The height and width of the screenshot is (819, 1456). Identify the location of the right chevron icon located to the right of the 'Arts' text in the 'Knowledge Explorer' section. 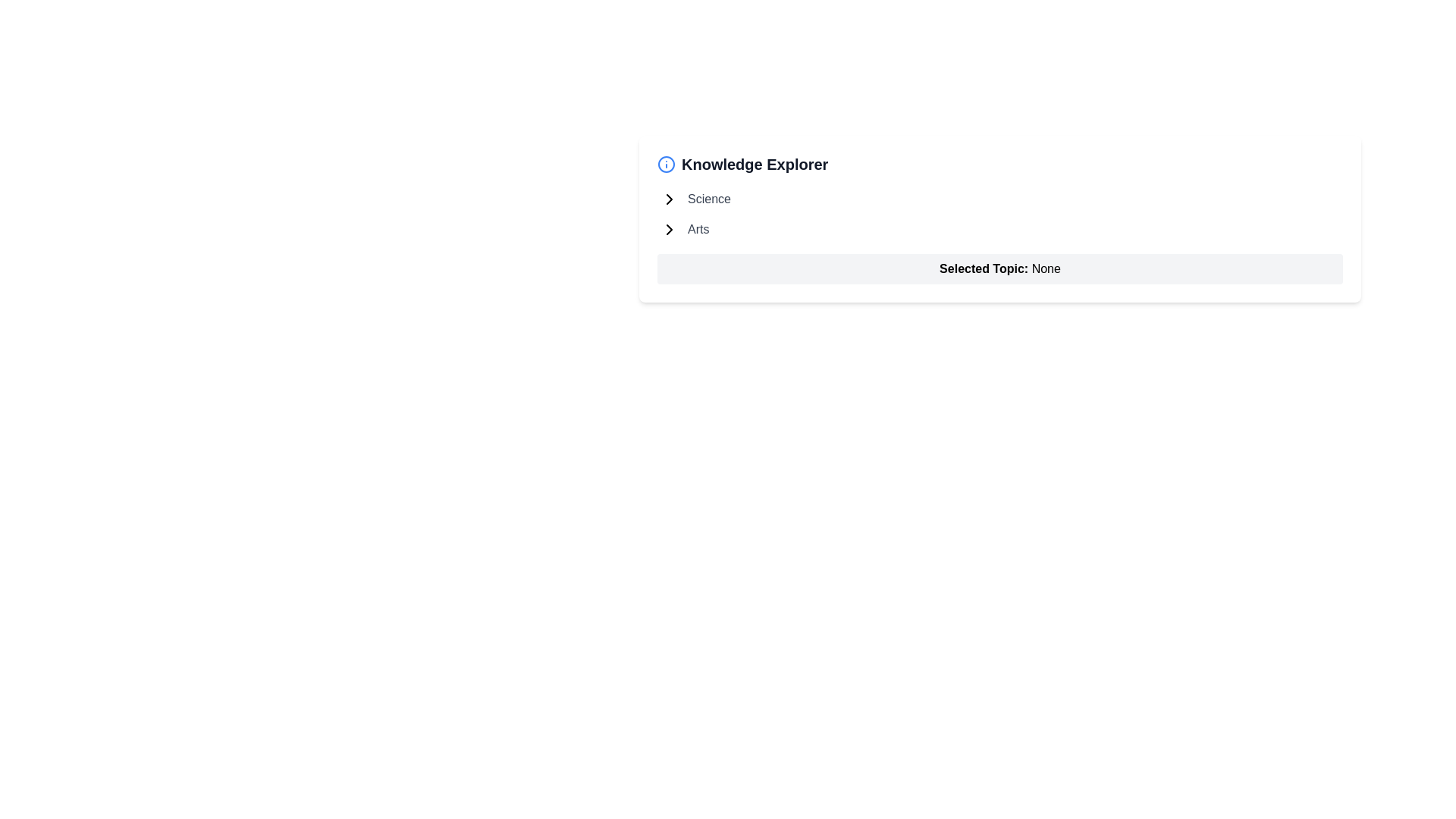
(669, 230).